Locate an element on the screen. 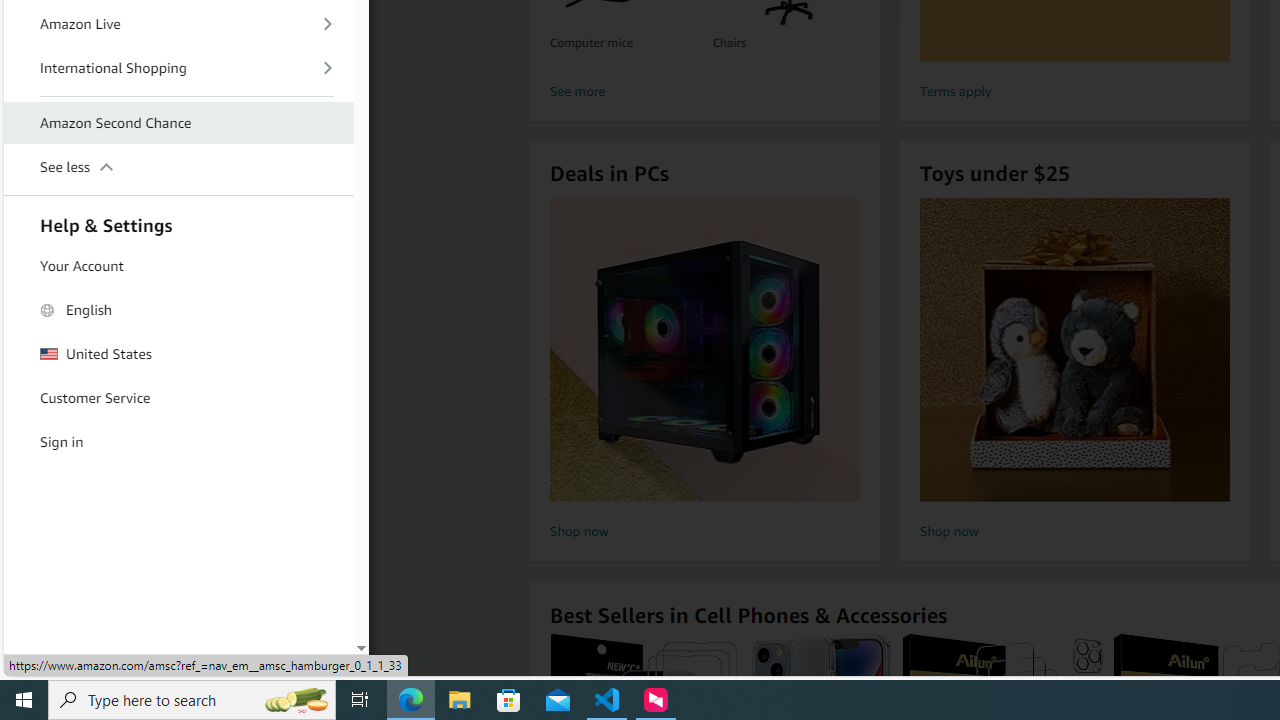 Image resolution: width=1280 pixels, height=720 pixels. 'Help & Settings' is located at coordinates (179, 222).